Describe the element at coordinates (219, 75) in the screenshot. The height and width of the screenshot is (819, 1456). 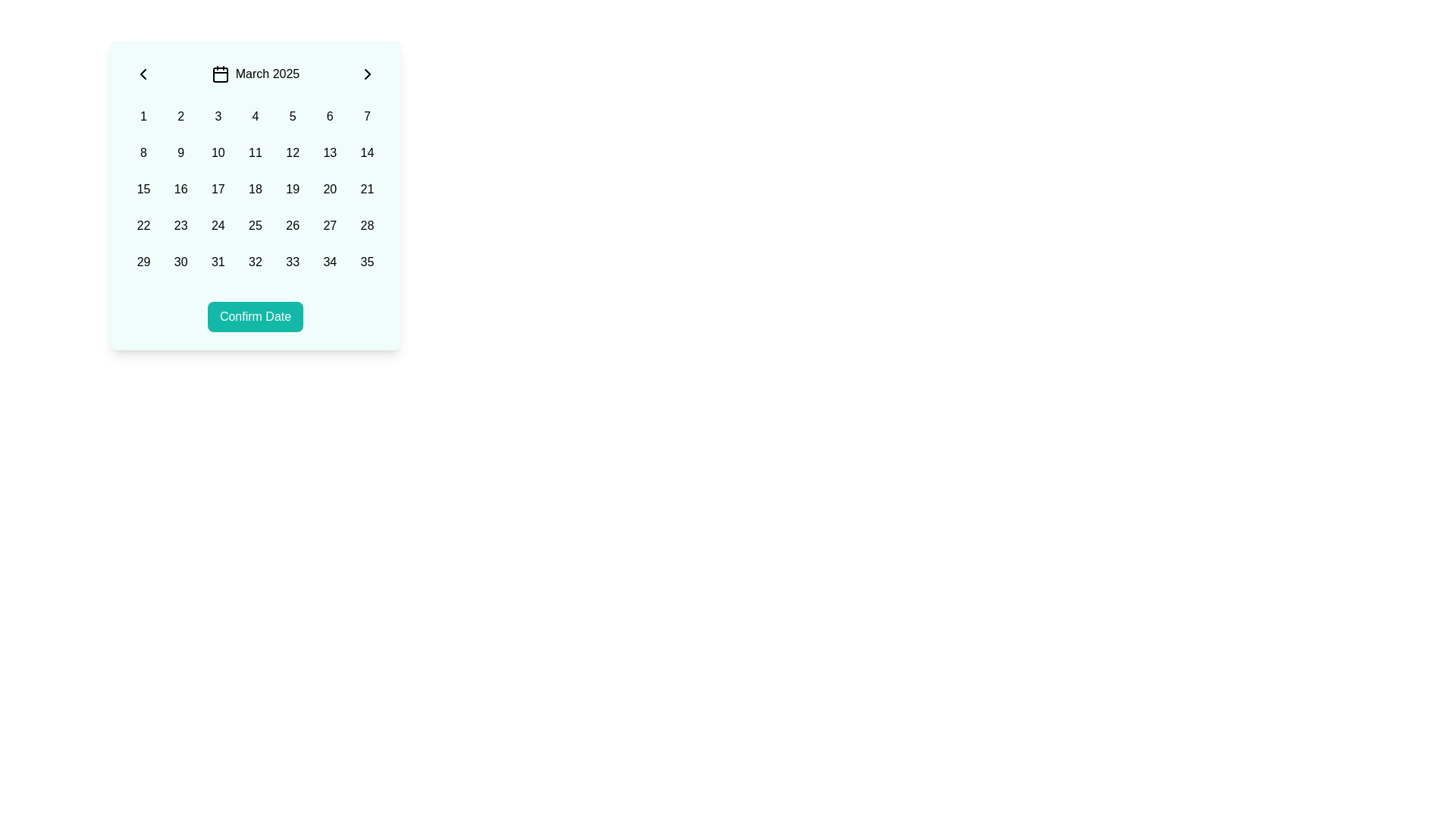
I see `the graphical background element centered within the calendar icon at the top center of the calendar selection widget` at that location.